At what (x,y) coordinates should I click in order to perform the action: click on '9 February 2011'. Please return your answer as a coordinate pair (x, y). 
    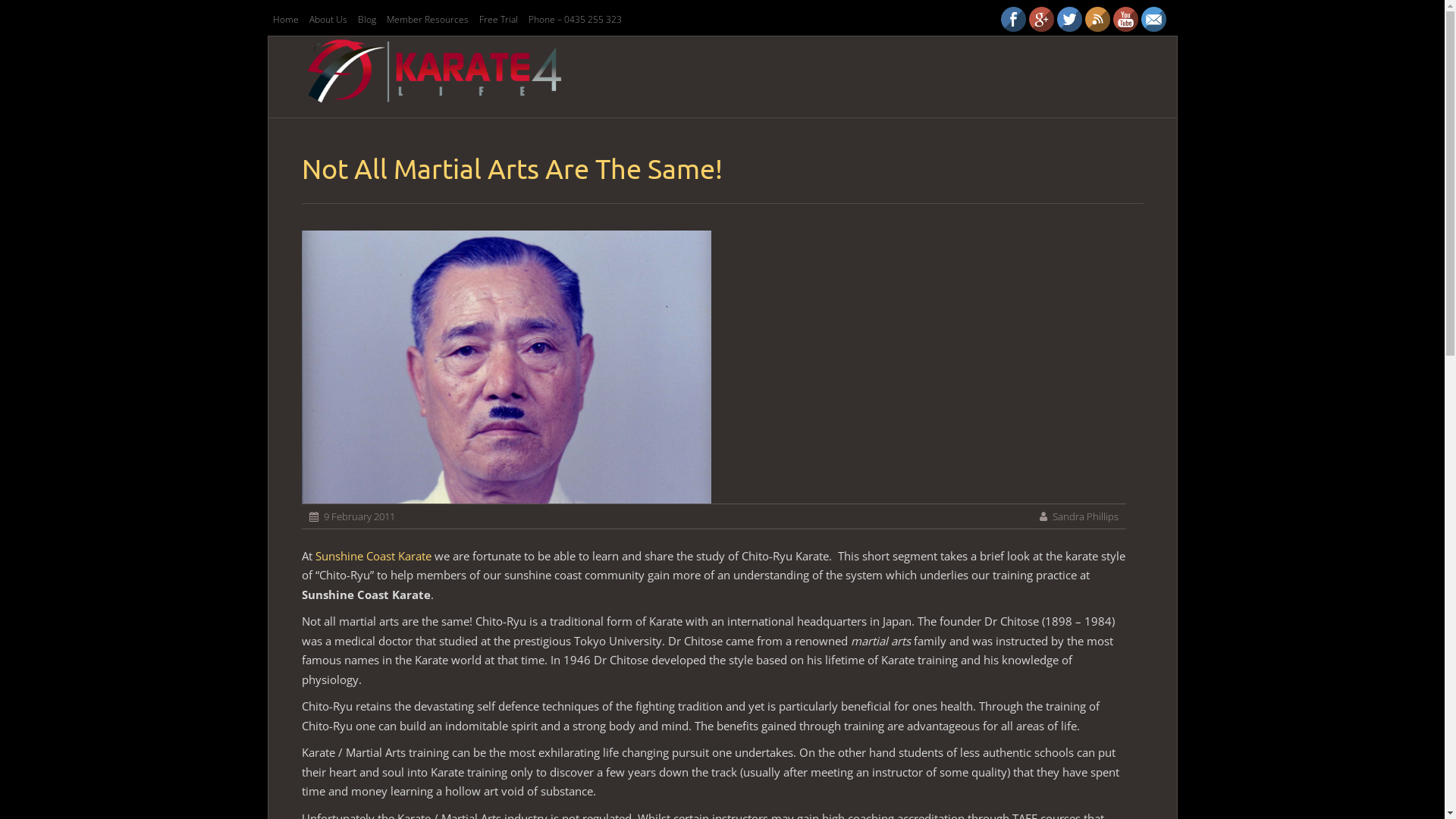
    Looking at the image, I should click on (322, 516).